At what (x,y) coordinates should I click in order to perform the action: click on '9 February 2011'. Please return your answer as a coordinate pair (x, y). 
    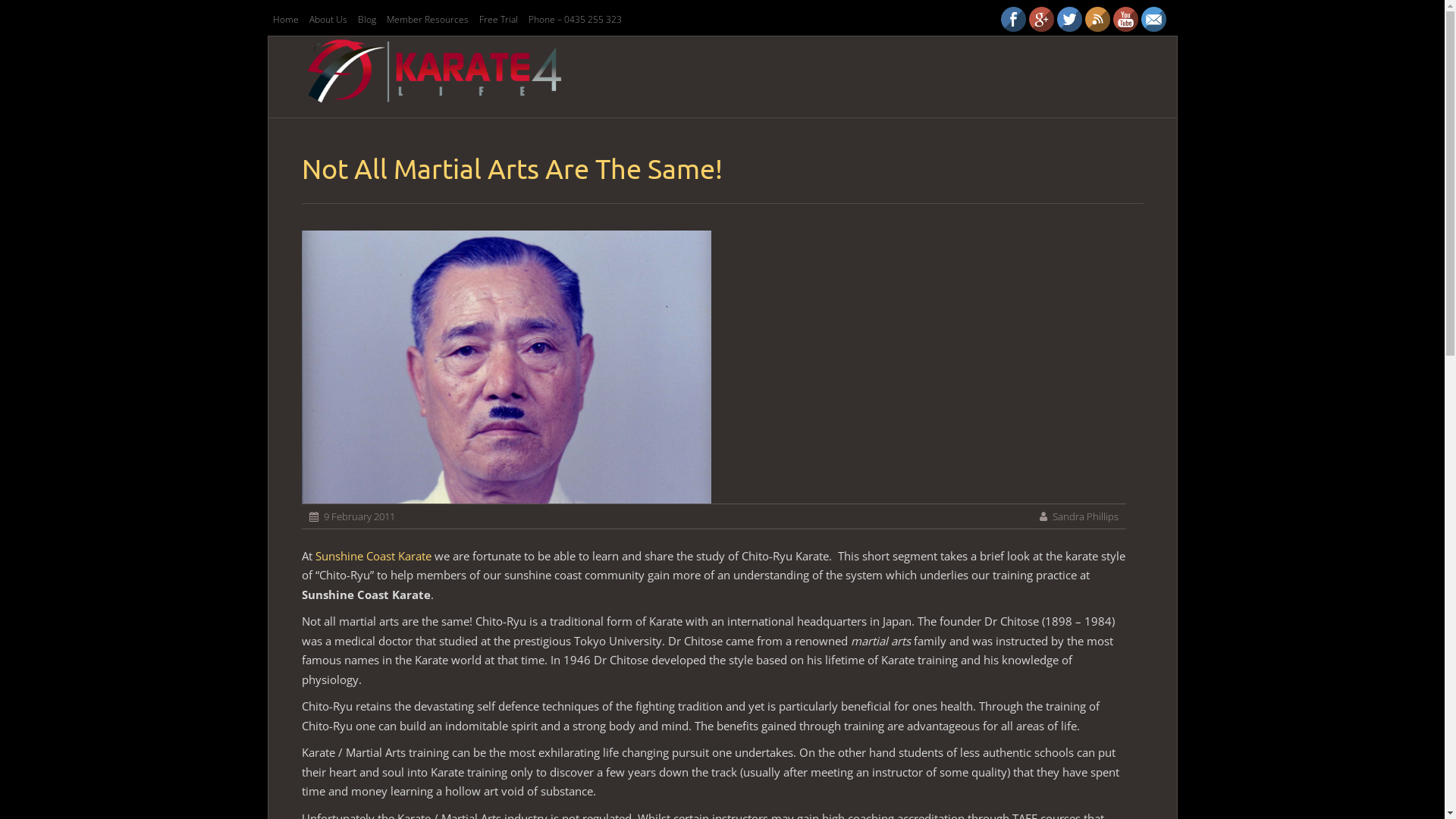
    Looking at the image, I should click on (322, 516).